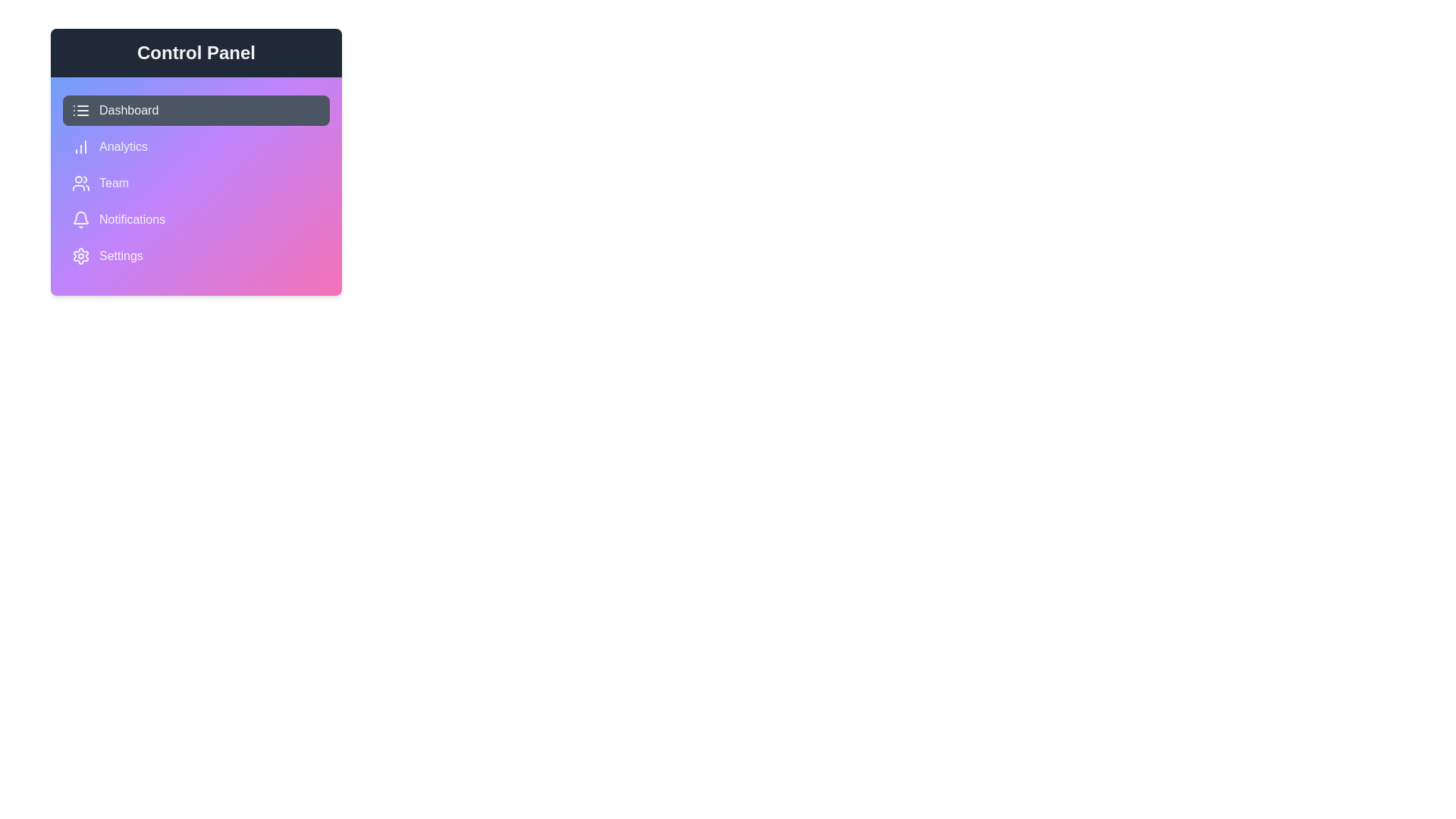  What do you see at coordinates (80, 110) in the screenshot?
I see `the compact icon resembling a list or menu, consisting of three horizontal lines of equal width, located at the far-left side of the 'Dashboard' section in the control panel menu` at bounding box center [80, 110].